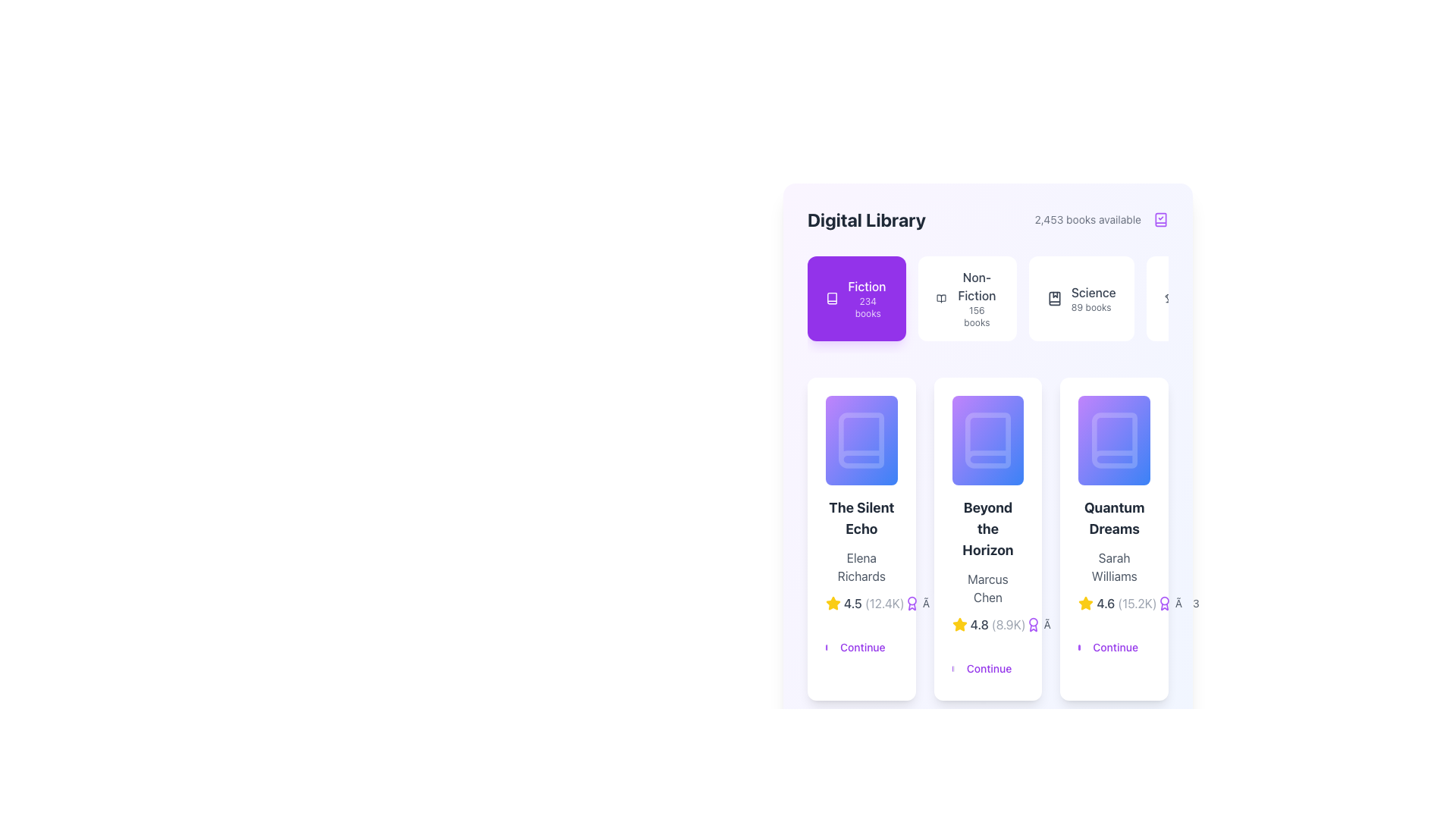 The width and height of the screenshot is (1456, 819). What do you see at coordinates (868, 298) in the screenshot?
I see `the 'Fiction' category display element, which features bold text on top and smaller text below, set against a purple background` at bounding box center [868, 298].